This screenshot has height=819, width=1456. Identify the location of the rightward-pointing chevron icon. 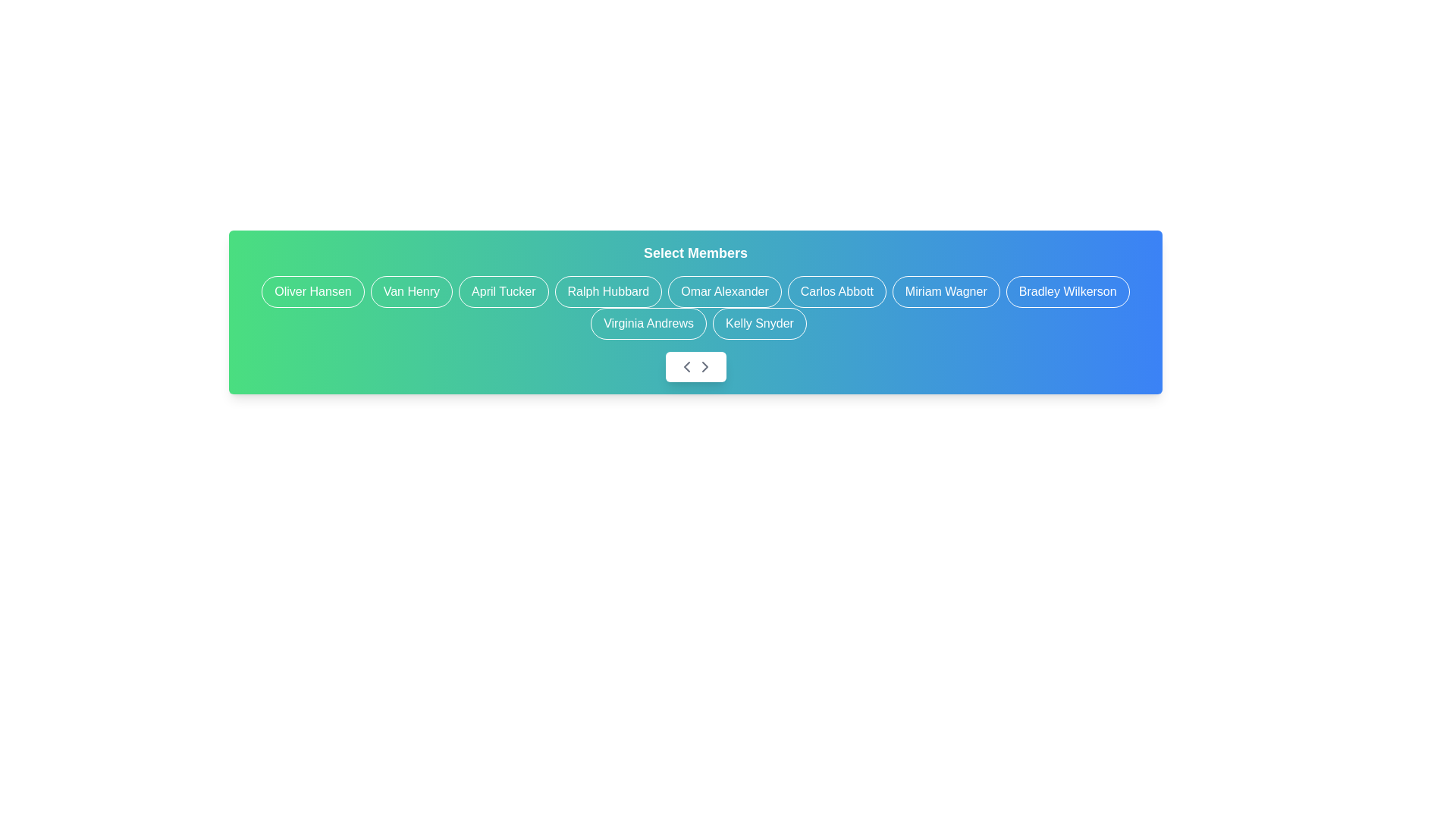
(704, 366).